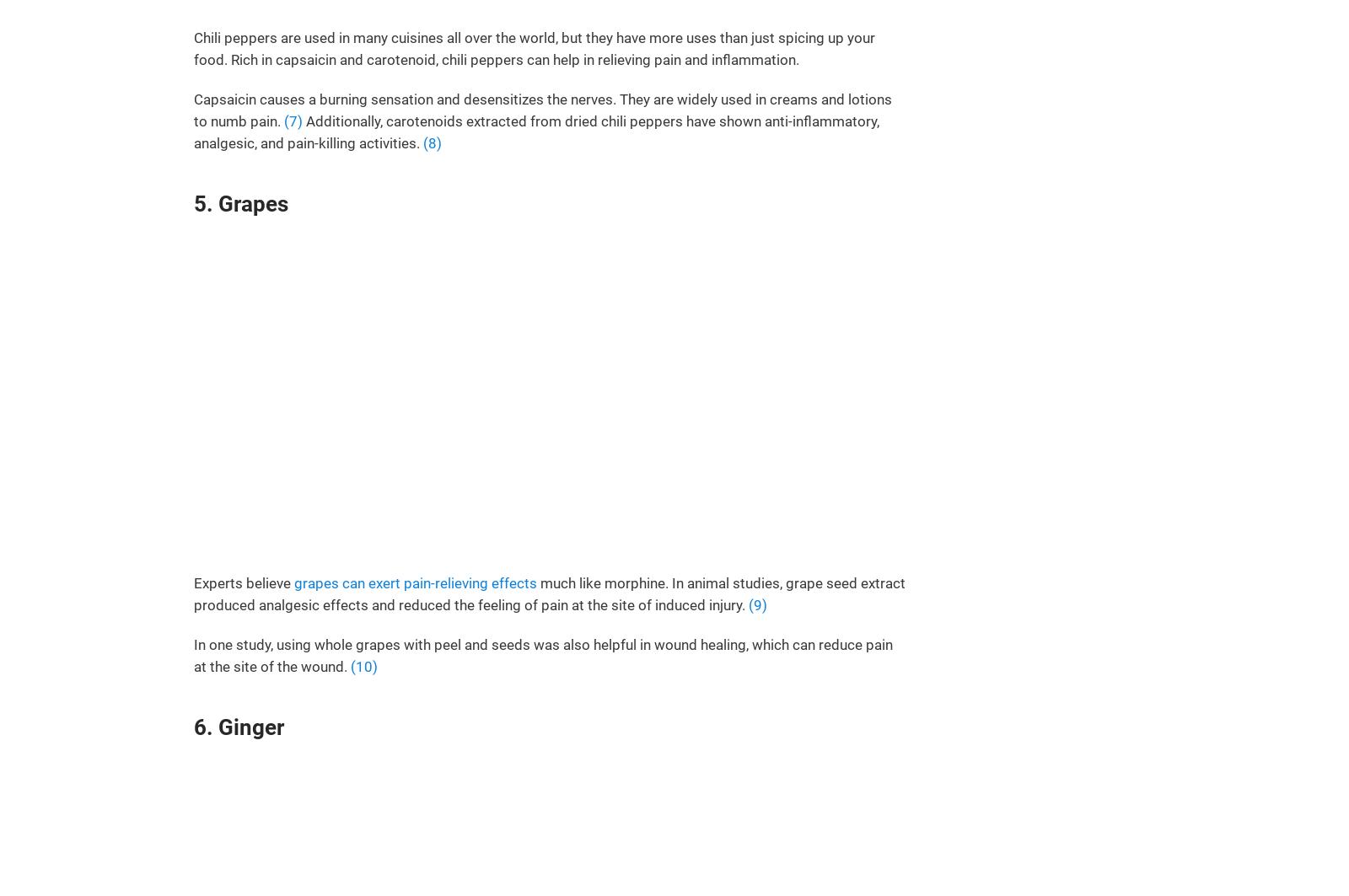  What do you see at coordinates (363, 665) in the screenshot?
I see `'(10)'` at bounding box center [363, 665].